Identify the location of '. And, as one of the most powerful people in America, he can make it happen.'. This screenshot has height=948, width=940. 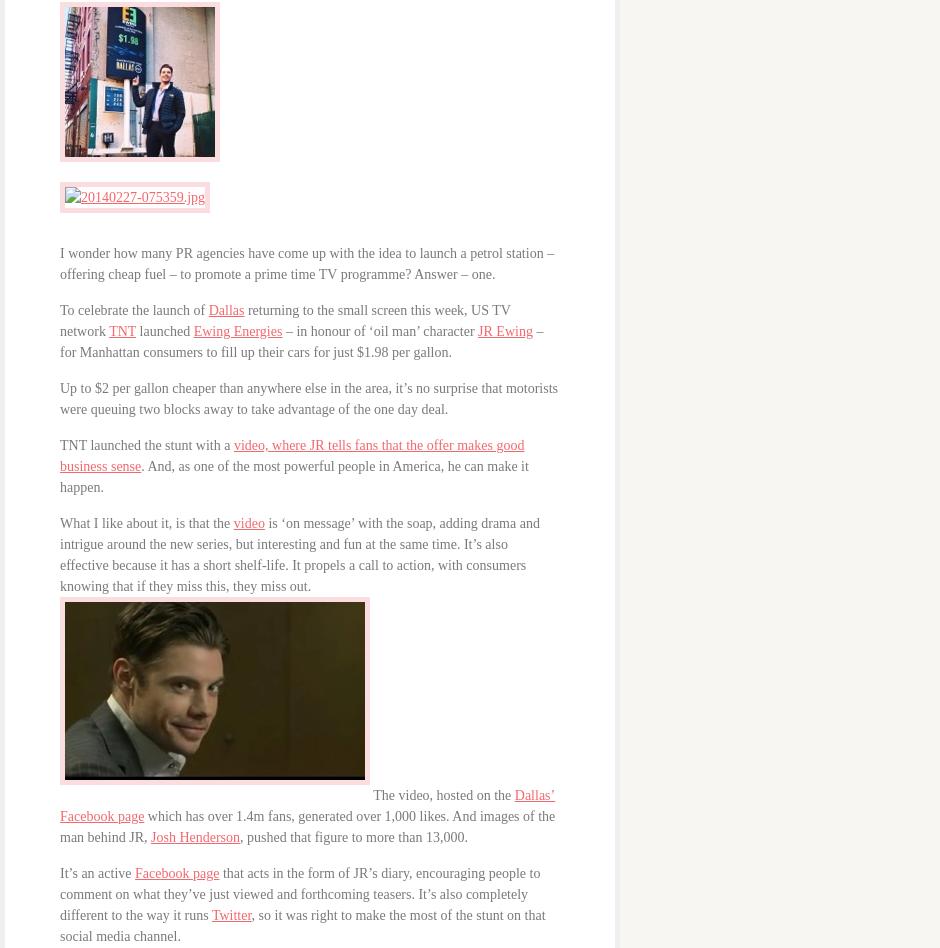
(293, 477).